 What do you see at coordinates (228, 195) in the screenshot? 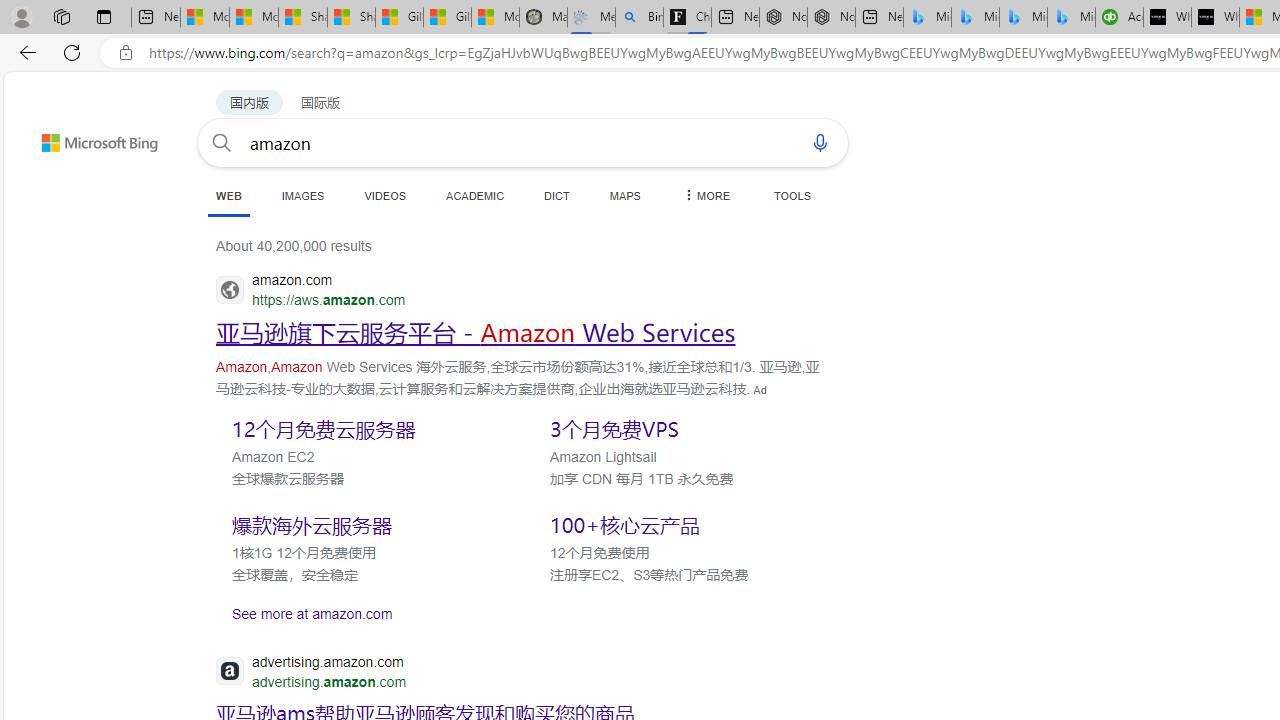
I see `'WEB'` at bounding box center [228, 195].